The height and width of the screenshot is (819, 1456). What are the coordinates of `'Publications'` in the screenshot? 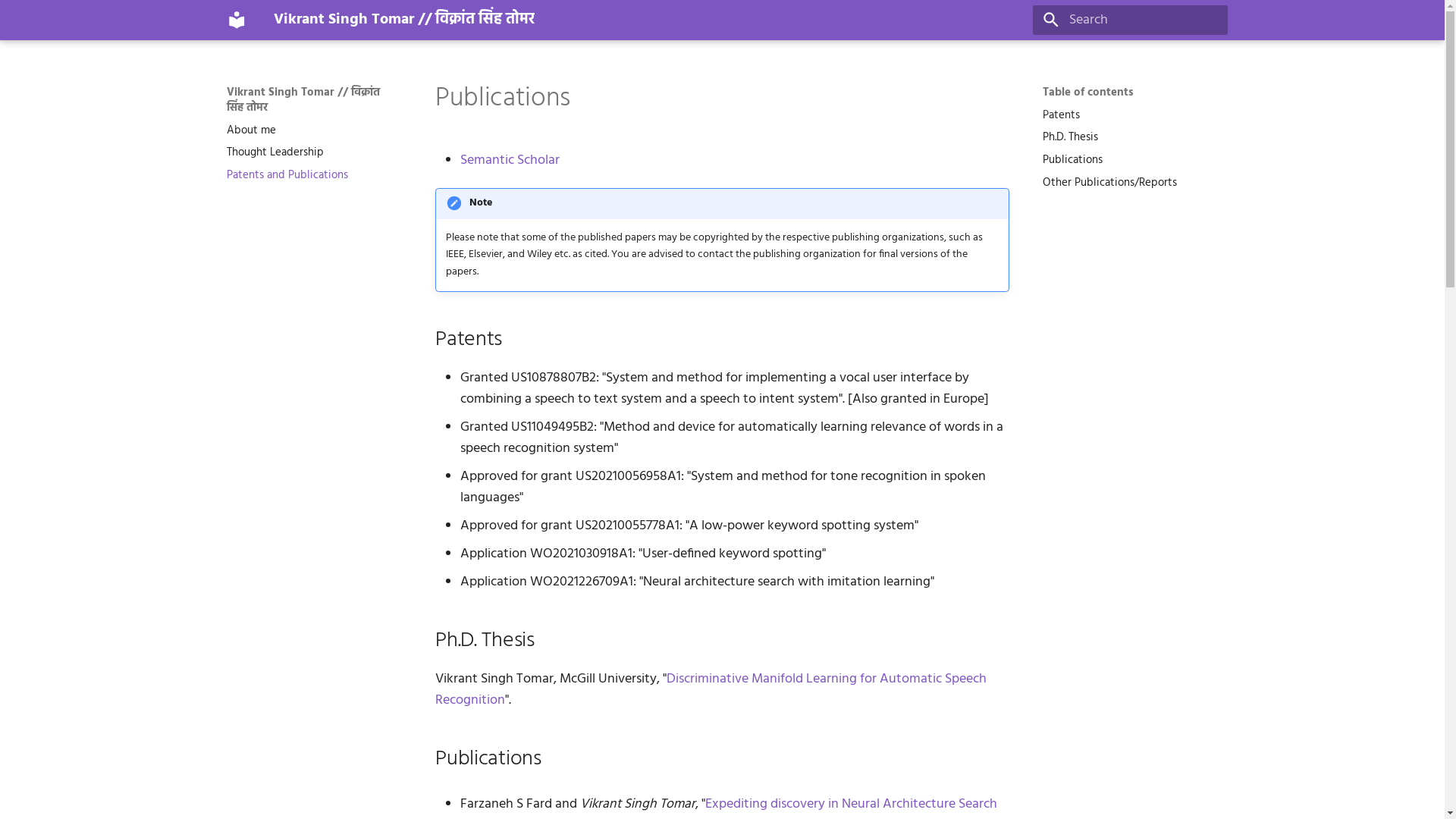 It's located at (1128, 160).